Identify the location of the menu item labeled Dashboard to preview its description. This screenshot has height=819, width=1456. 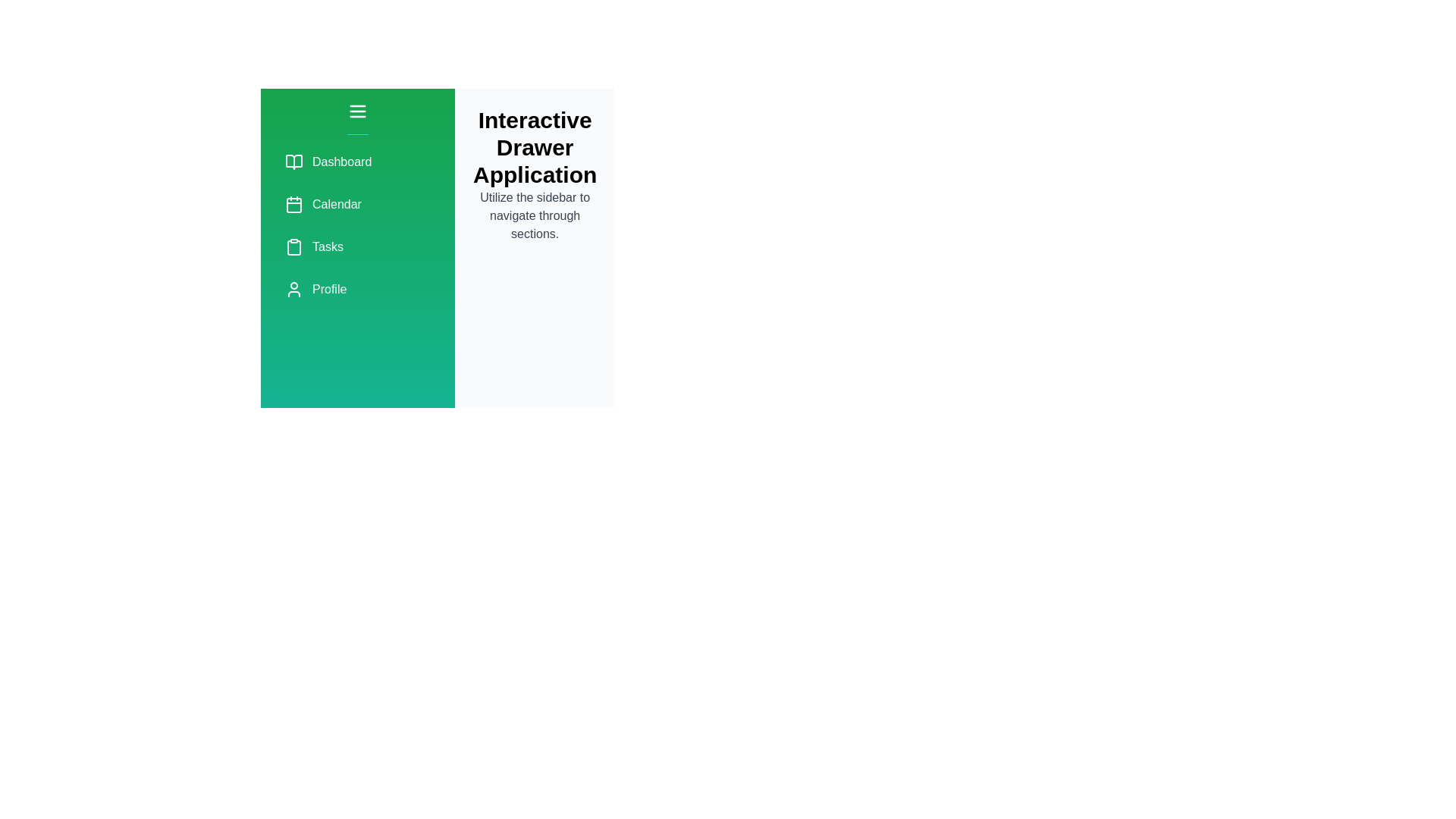
(356, 162).